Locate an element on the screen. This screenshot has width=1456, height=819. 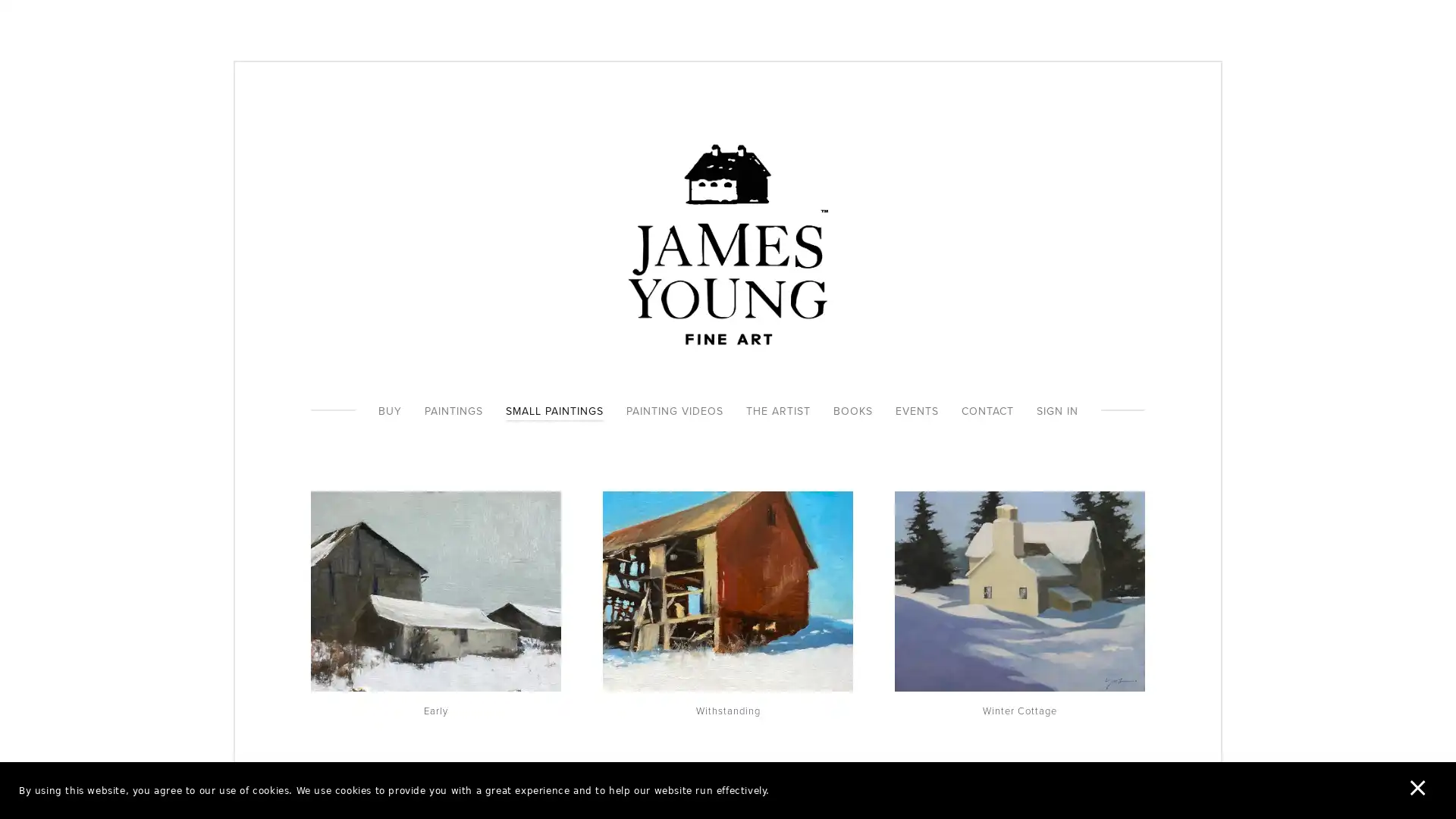
Close is located at coordinates (949, 268).